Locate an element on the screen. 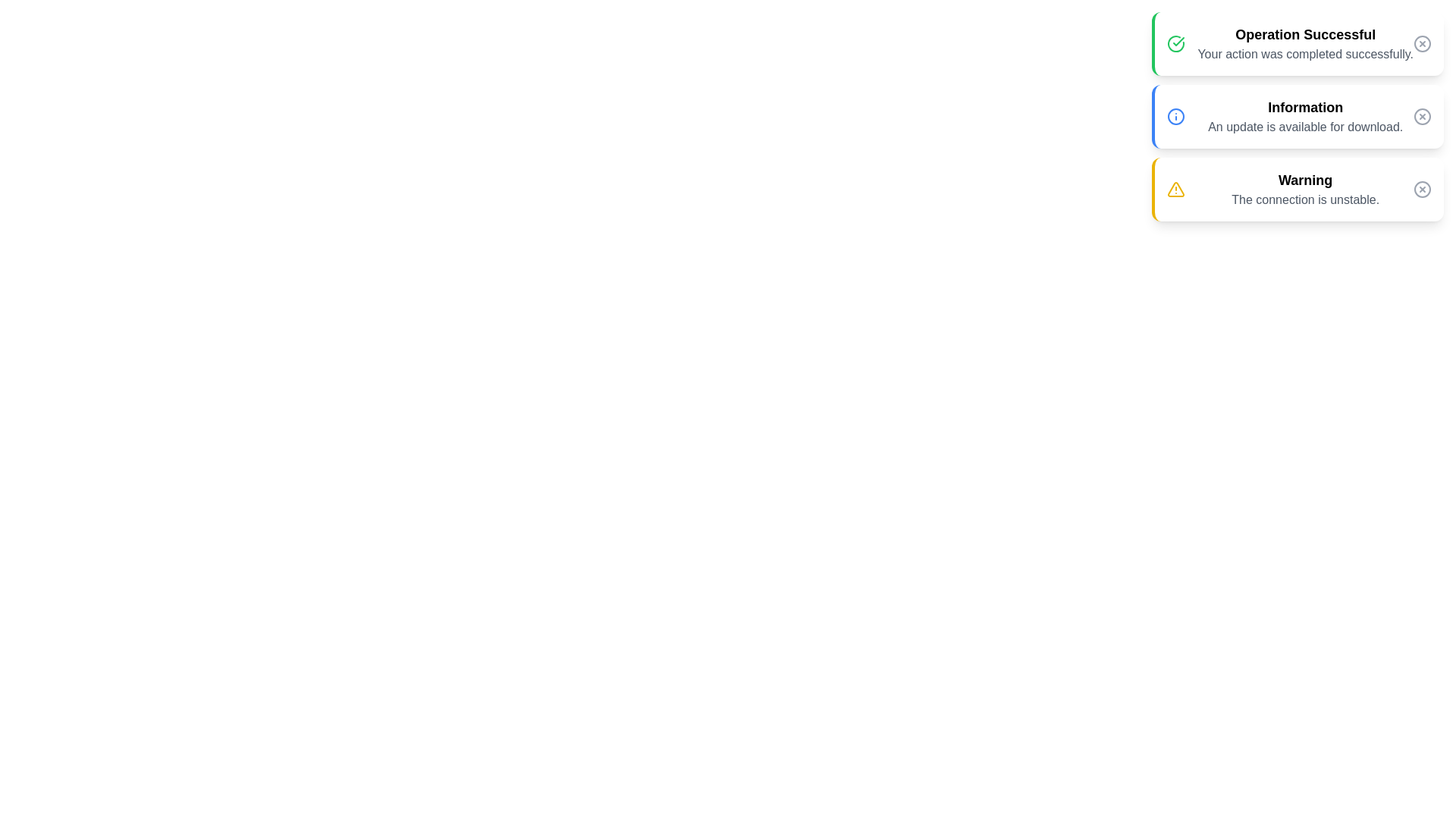 The width and height of the screenshot is (1456, 819). the notification with type success is located at coordinates (1296, 42).